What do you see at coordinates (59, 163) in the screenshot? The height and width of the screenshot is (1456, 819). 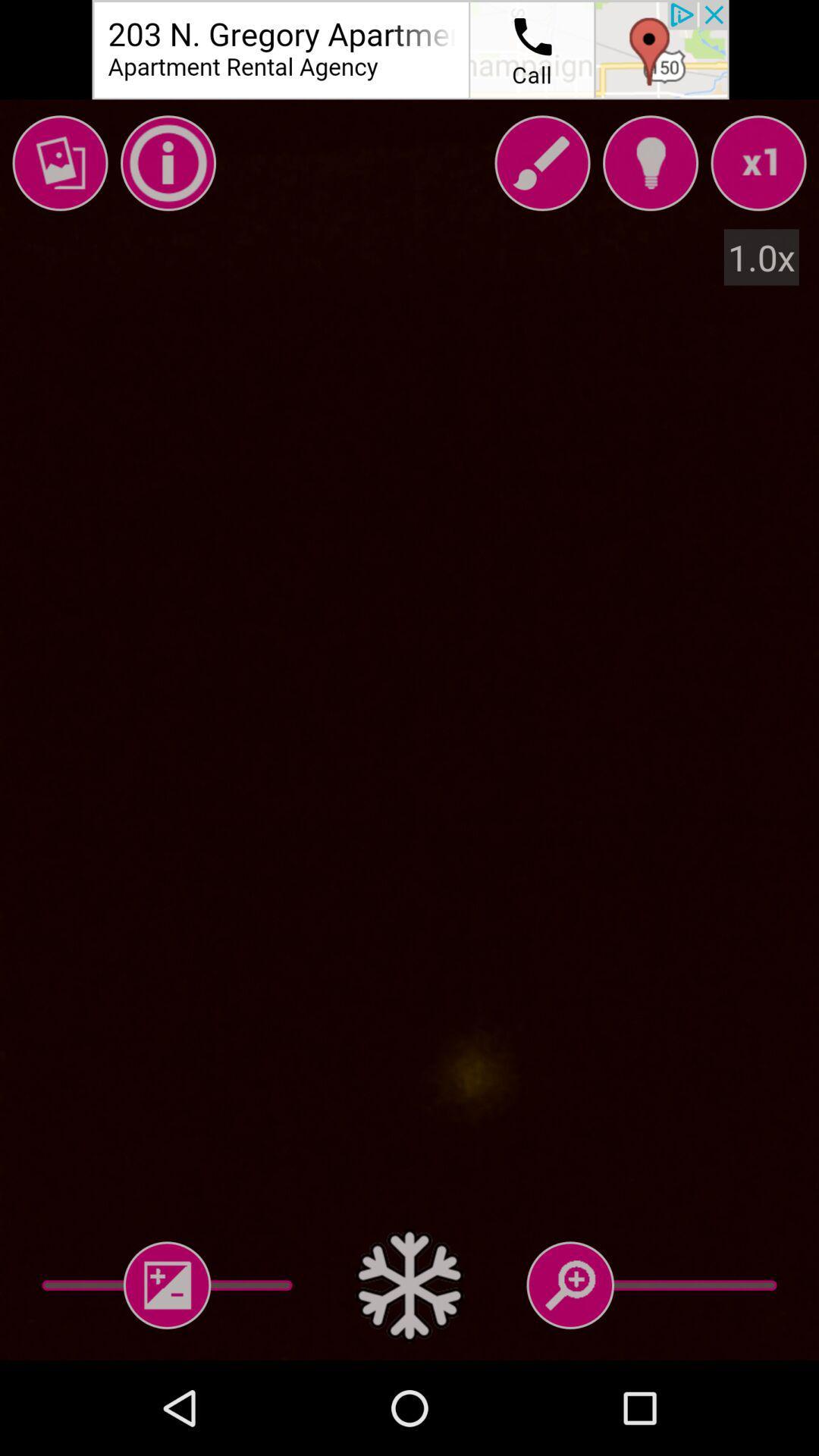 I see `the wallpaper icon` at bounding box center [59, 163].